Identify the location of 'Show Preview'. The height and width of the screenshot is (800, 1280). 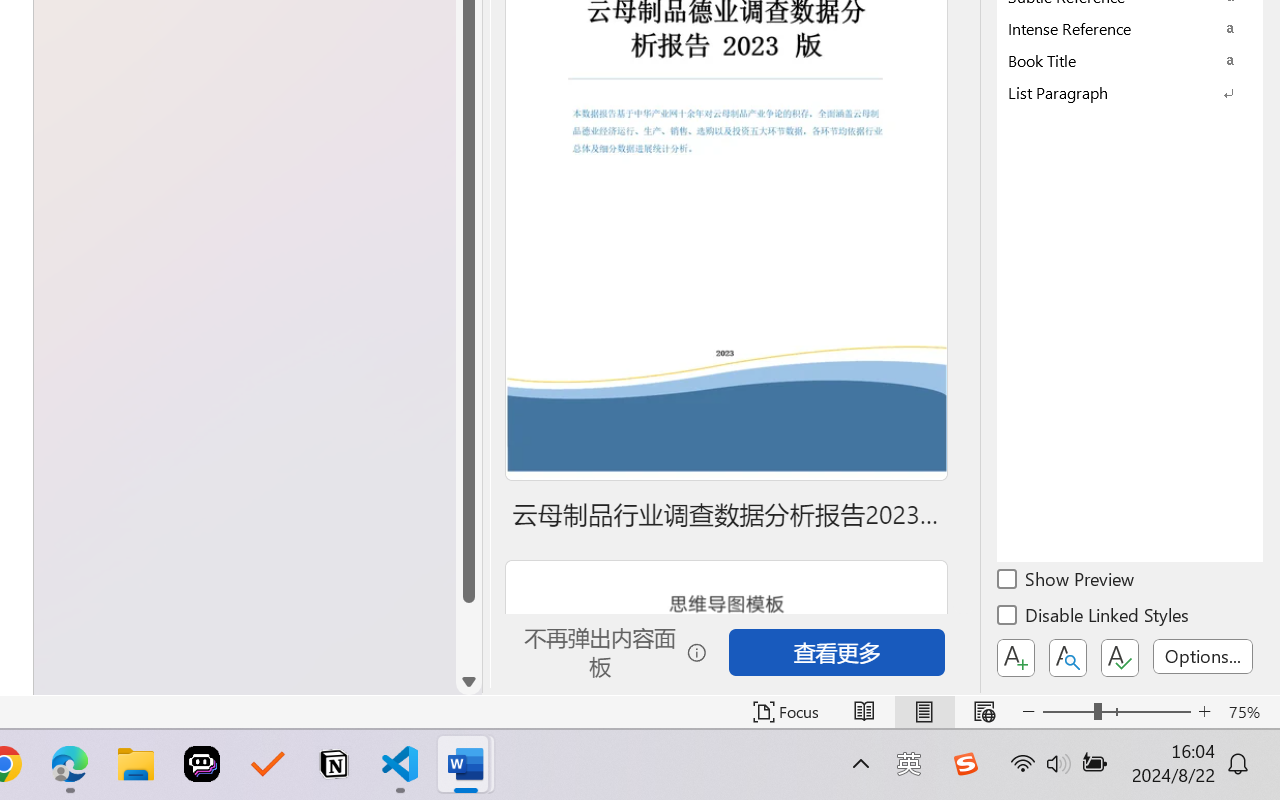
(1066, 581).